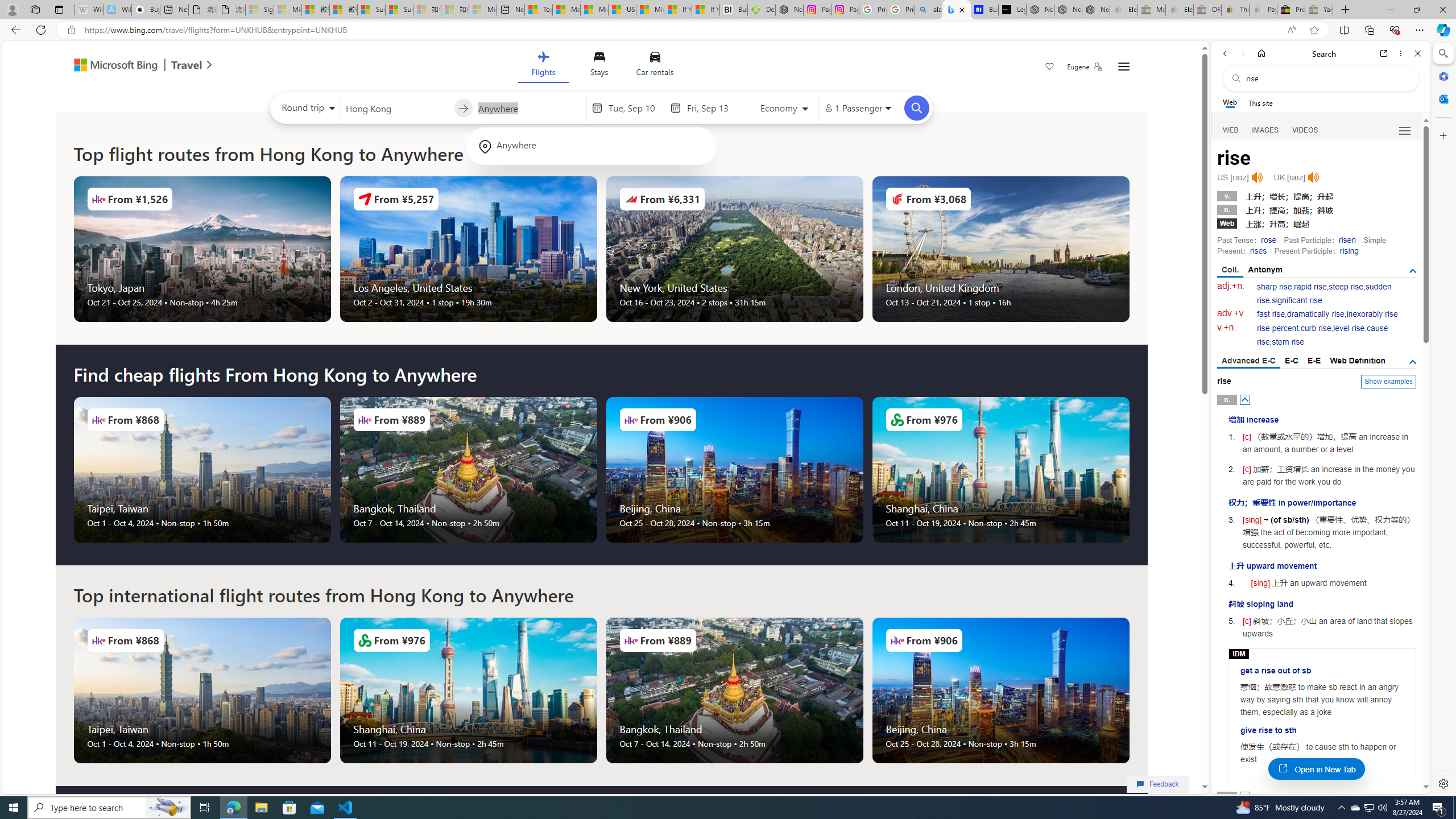 Image resolution: width=1456 pixels, height=819 pixels. What do you see at coordinates (463, 107) in the screenshot?
I see `'to'` at bounding box center [463, 107].